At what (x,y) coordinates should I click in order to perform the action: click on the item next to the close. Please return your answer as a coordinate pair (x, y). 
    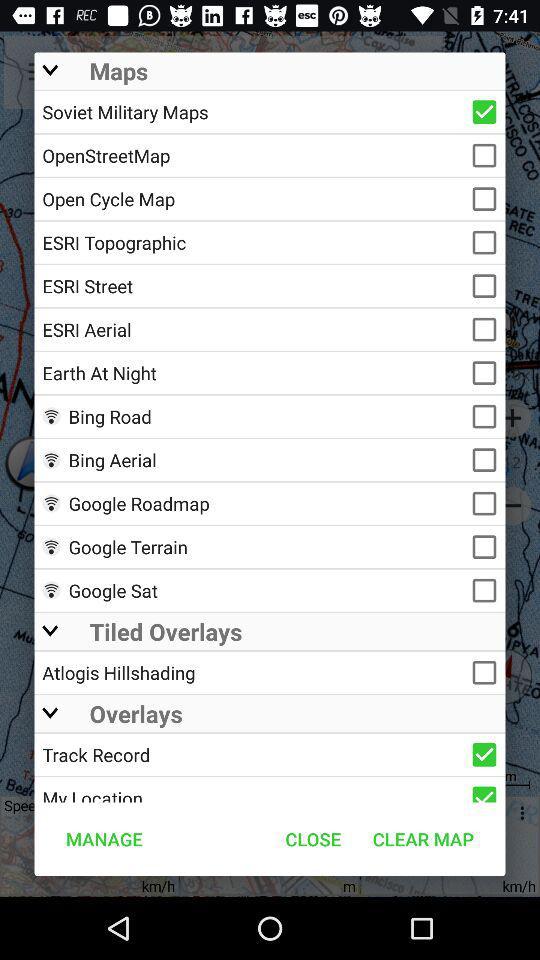
    Looking at the image, I should click on (422, 839).